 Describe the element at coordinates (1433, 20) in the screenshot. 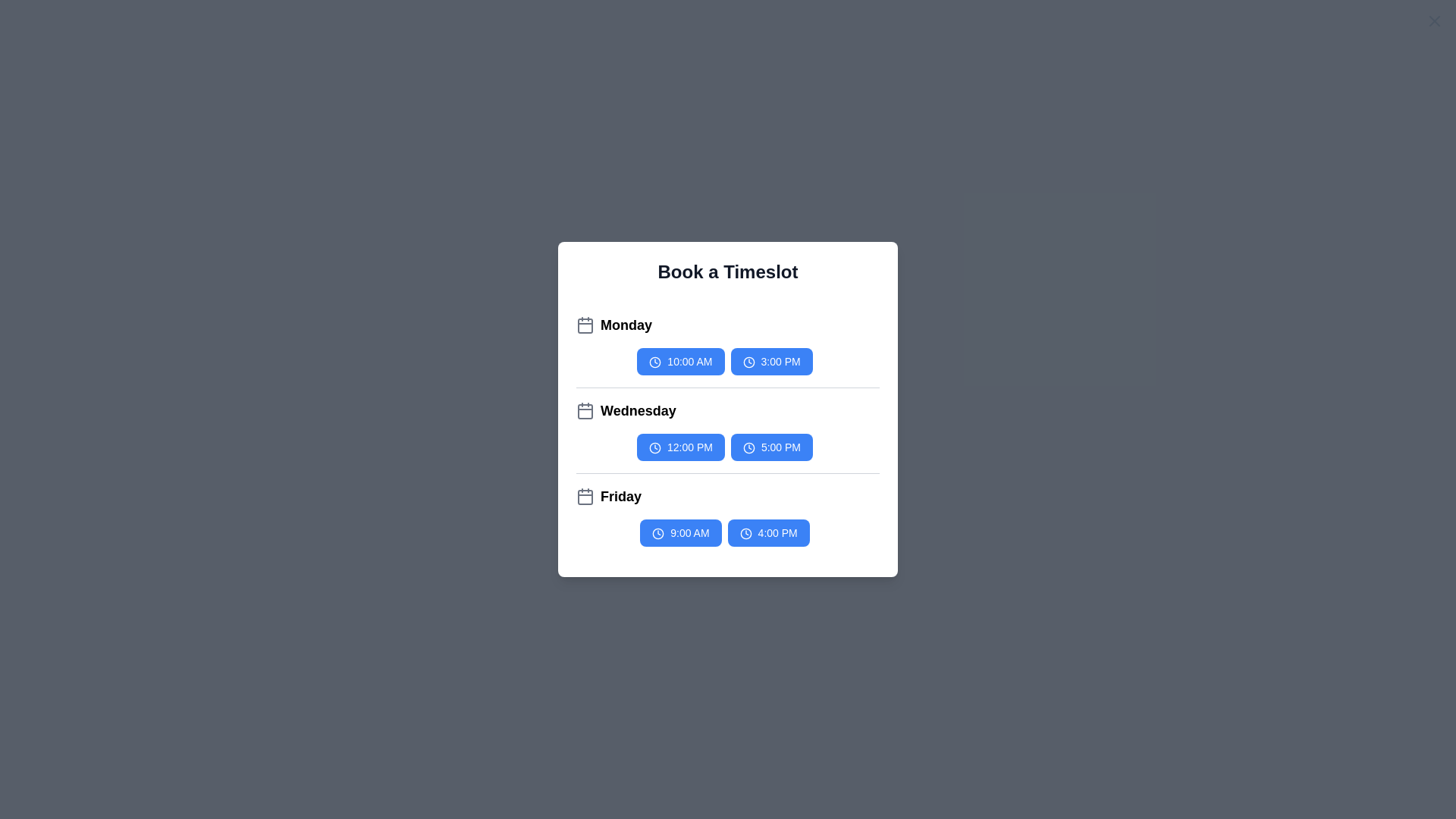

I see `the close button to close the dialog` at that location.